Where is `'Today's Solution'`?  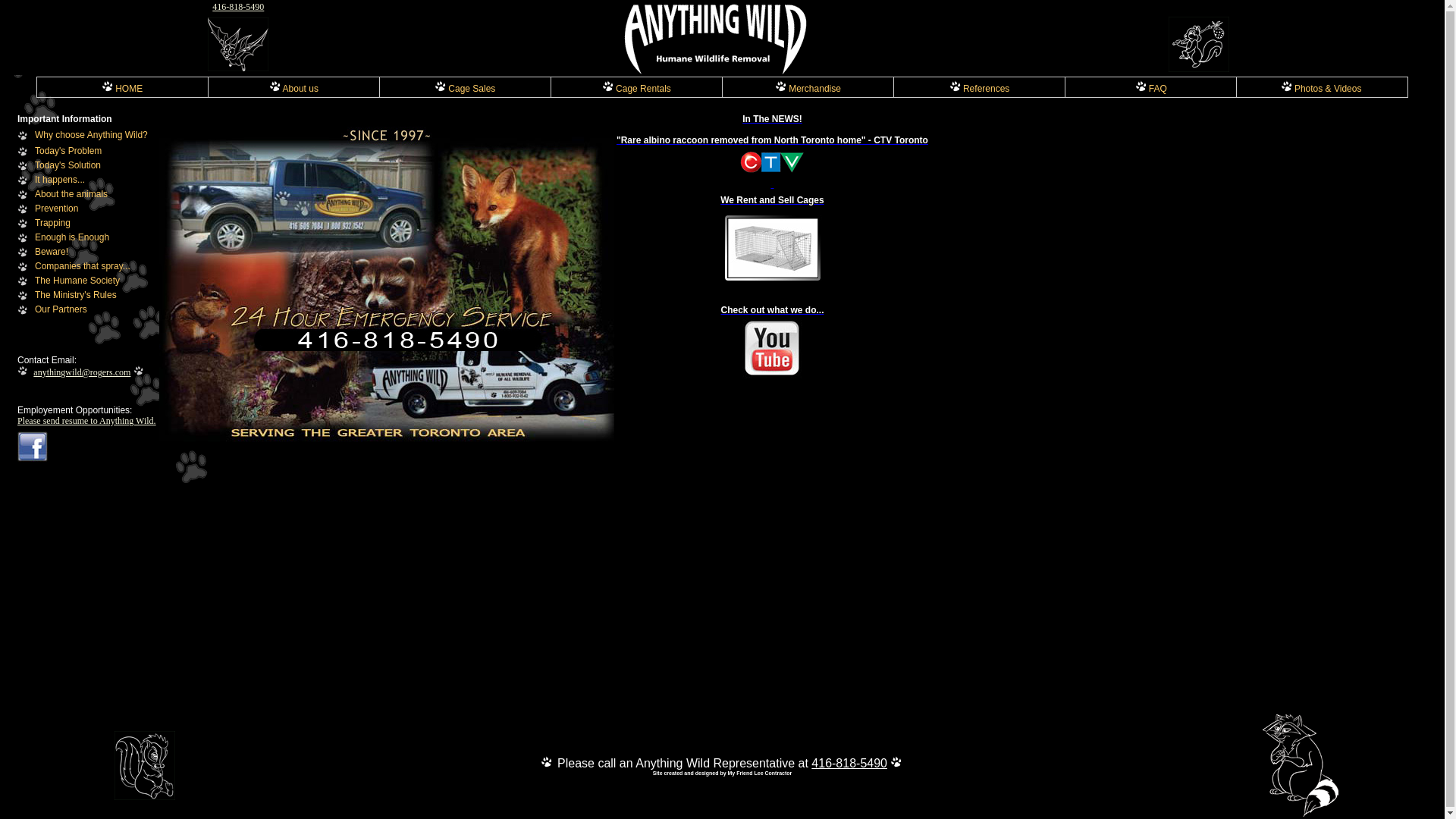 'Today's Solution' is located at coordinates (67, 165).